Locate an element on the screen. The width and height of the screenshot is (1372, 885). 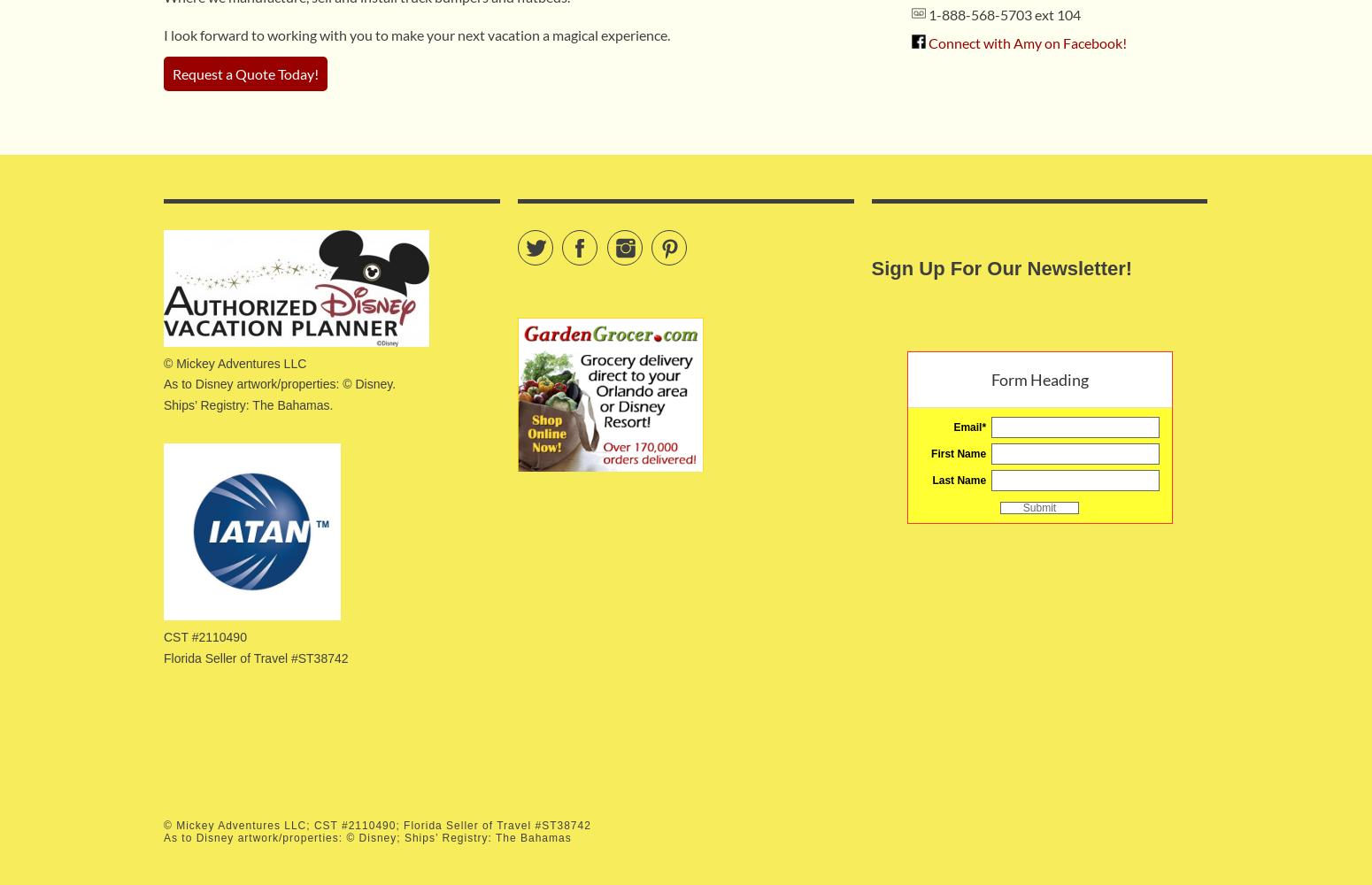
'I look forward to working with you to make your next vacation a magical experience.' is located at coordinates (163, 35).